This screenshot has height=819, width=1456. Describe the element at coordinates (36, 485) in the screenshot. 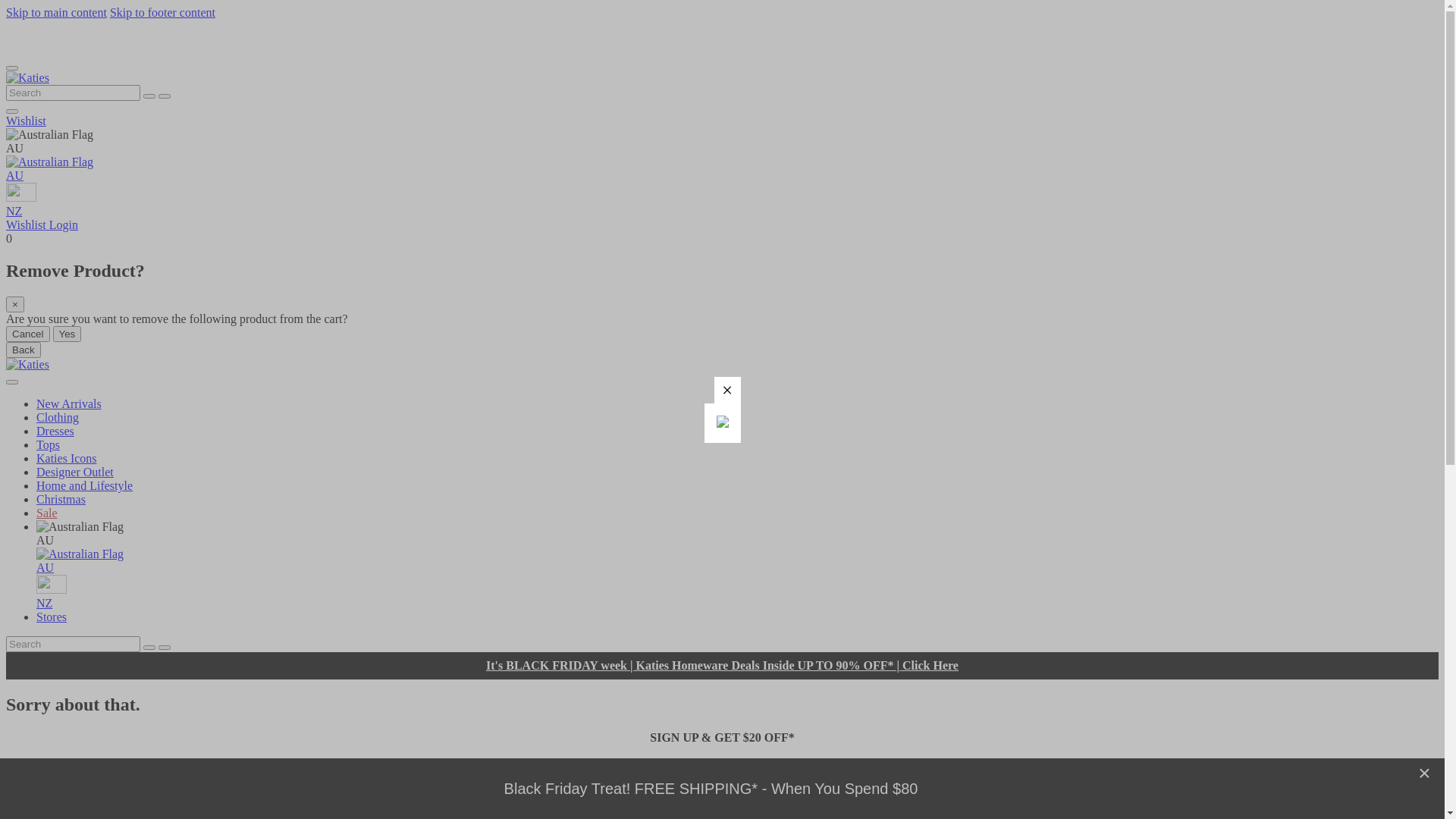

I see `'Home and Lifestyle'` at that location.